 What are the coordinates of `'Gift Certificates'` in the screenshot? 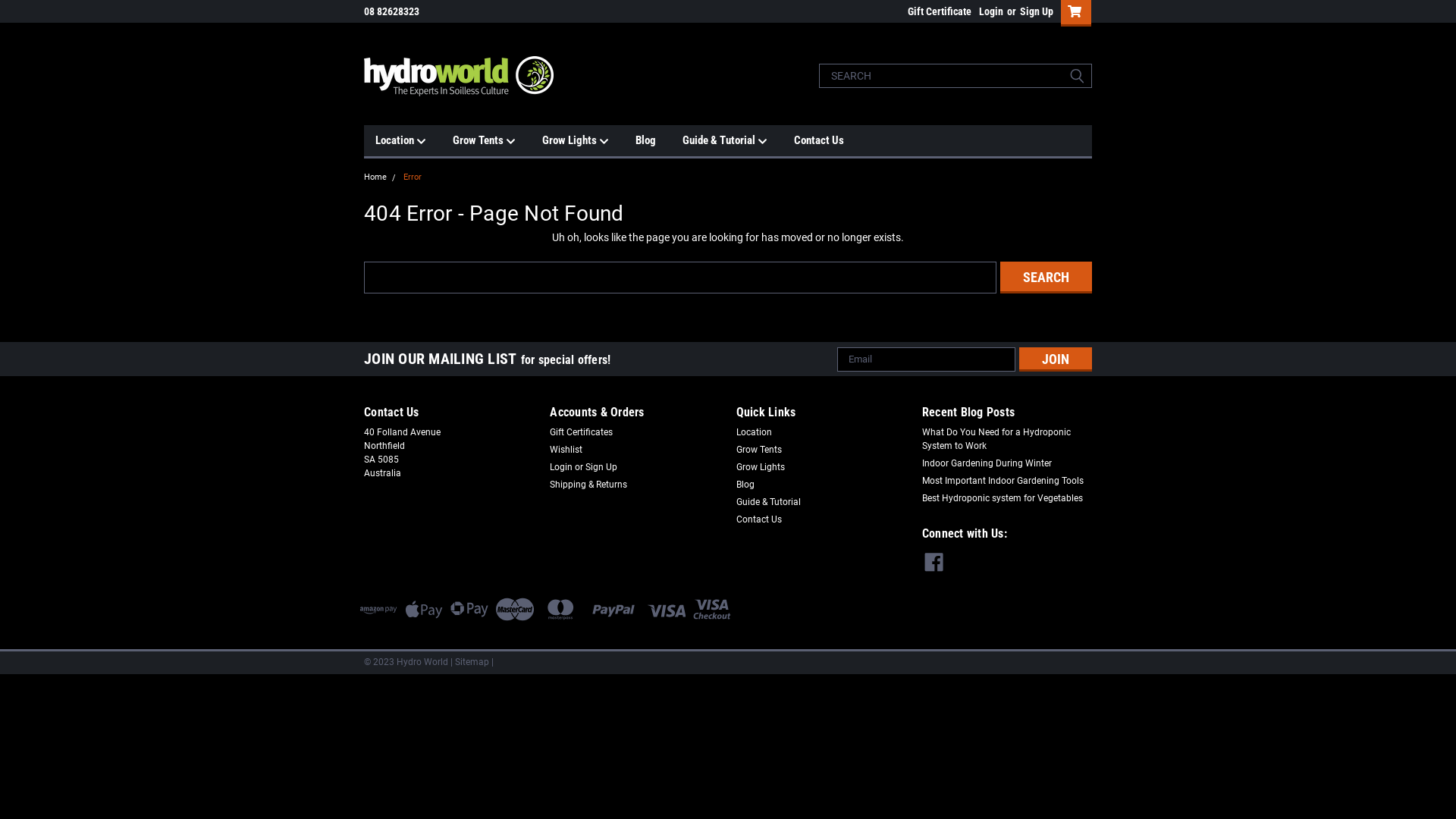 It's located at (580, 431).